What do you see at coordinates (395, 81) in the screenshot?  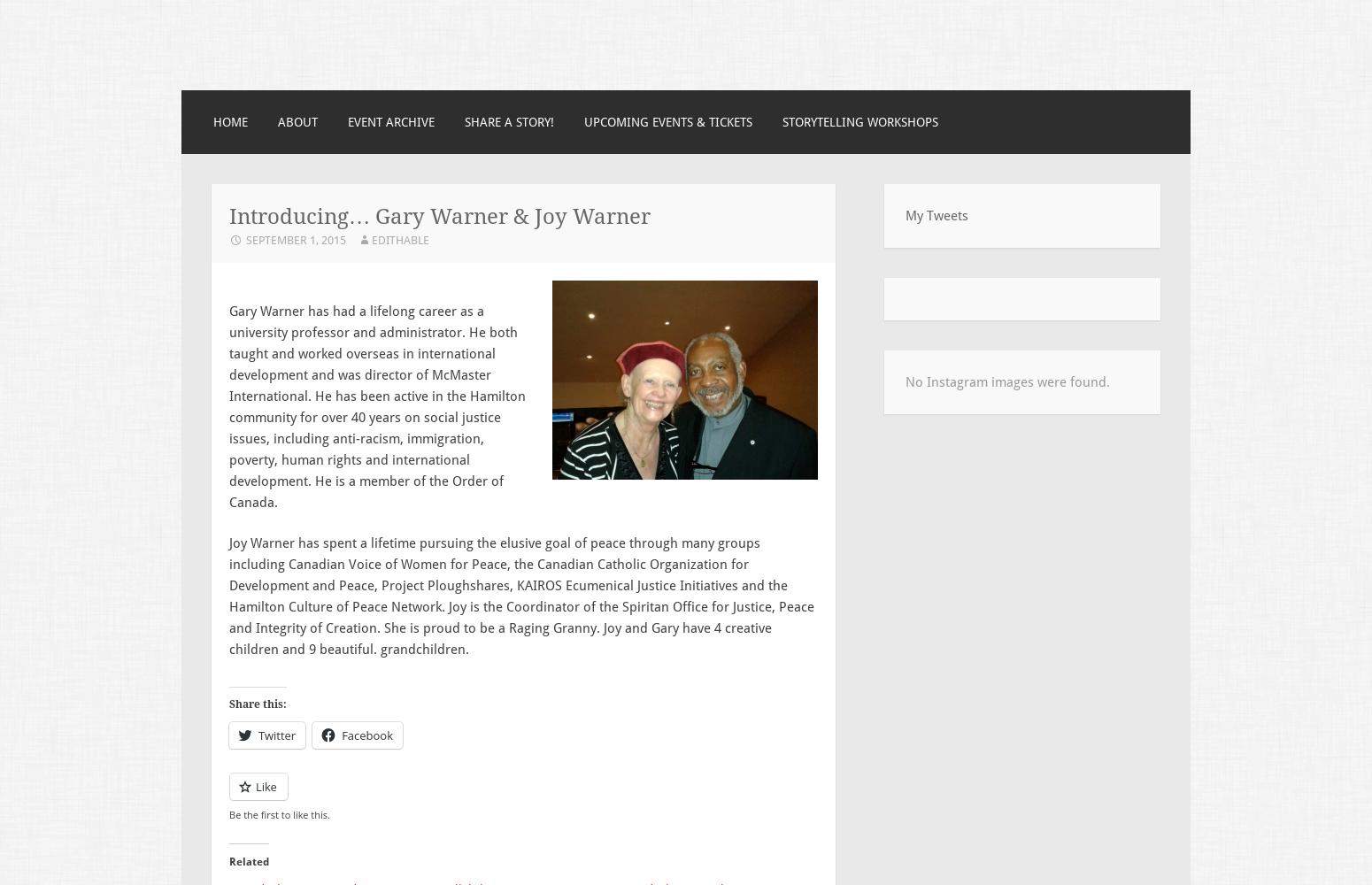 I see `'A storytelling event in Hamilton, Ontario.'` at bounding box center [395, 81].